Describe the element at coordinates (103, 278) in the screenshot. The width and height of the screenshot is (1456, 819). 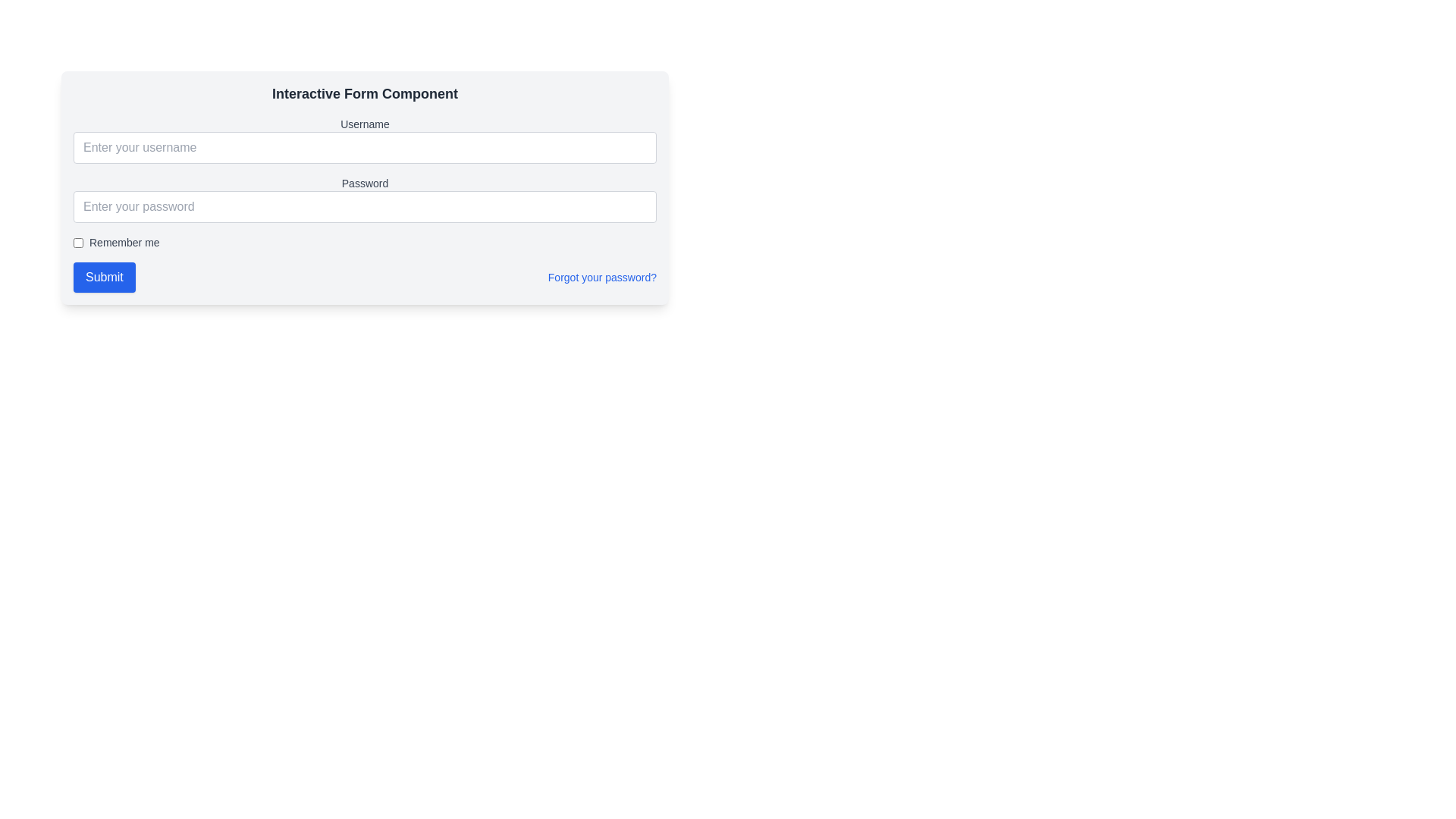
I see `the 'Submit' button with a blue background and white text by` at that location.